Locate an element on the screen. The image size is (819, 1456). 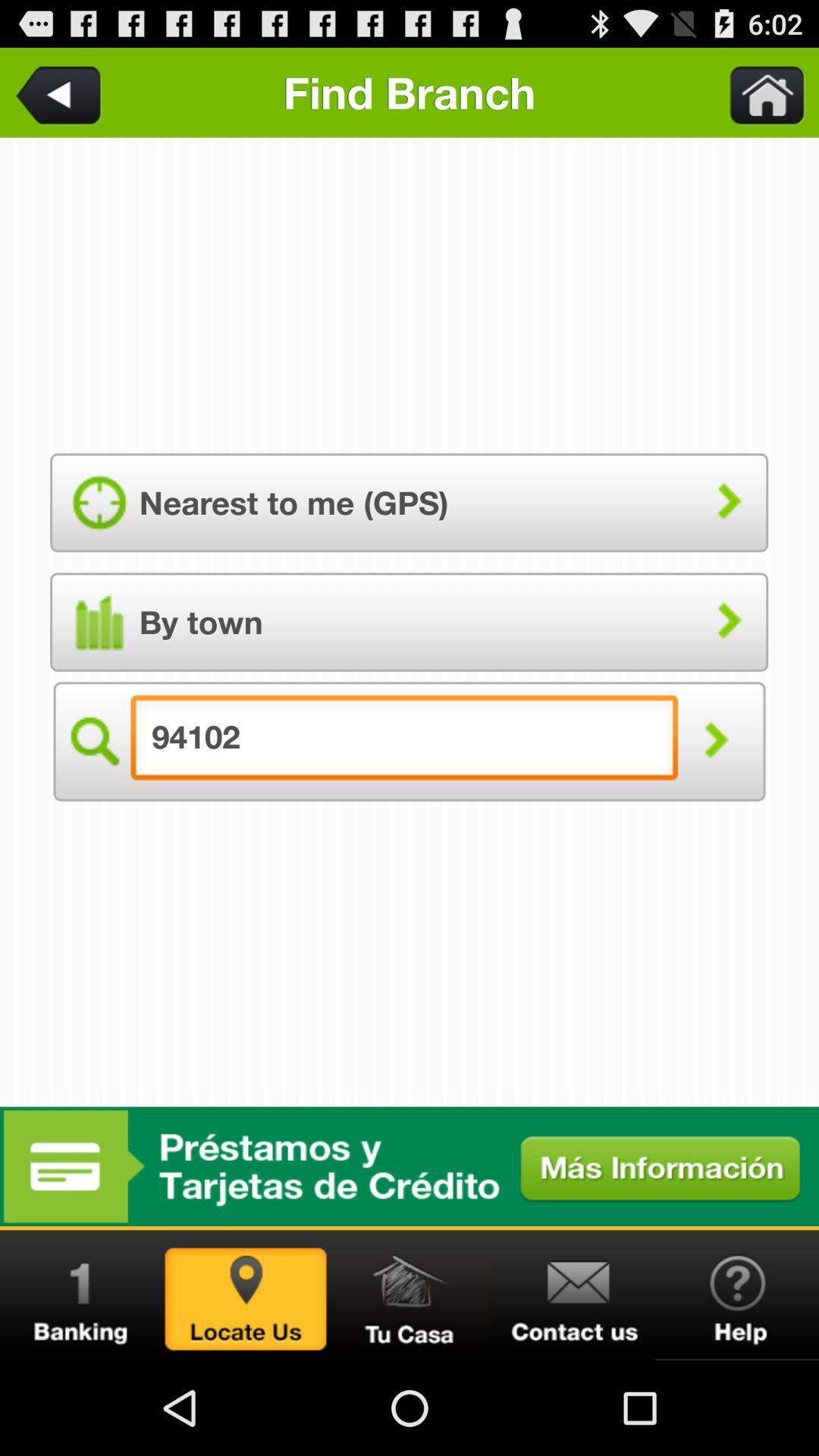
home info page toggle is located at coordinates (409, 1294).